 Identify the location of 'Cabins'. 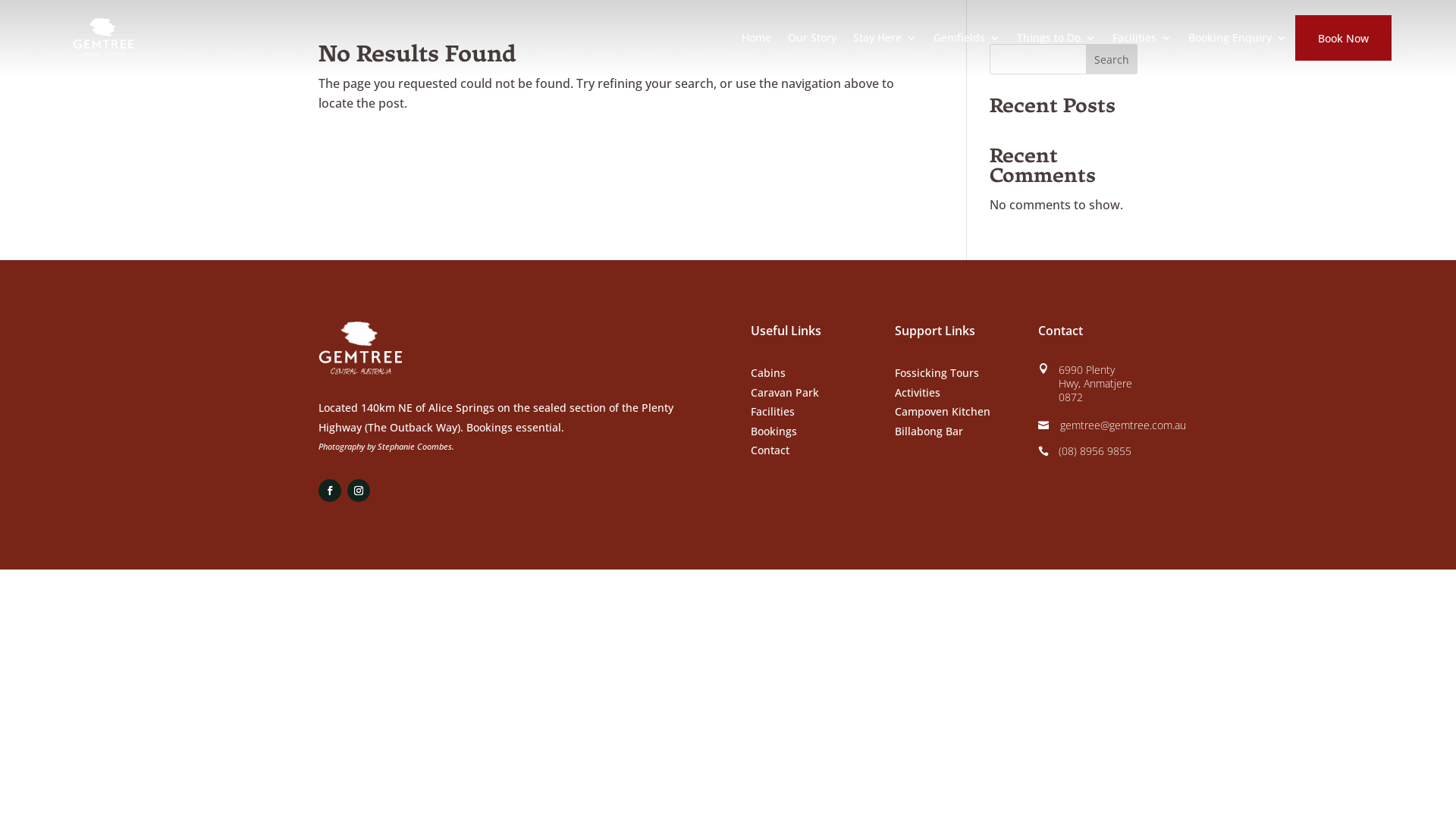
(750, 372).